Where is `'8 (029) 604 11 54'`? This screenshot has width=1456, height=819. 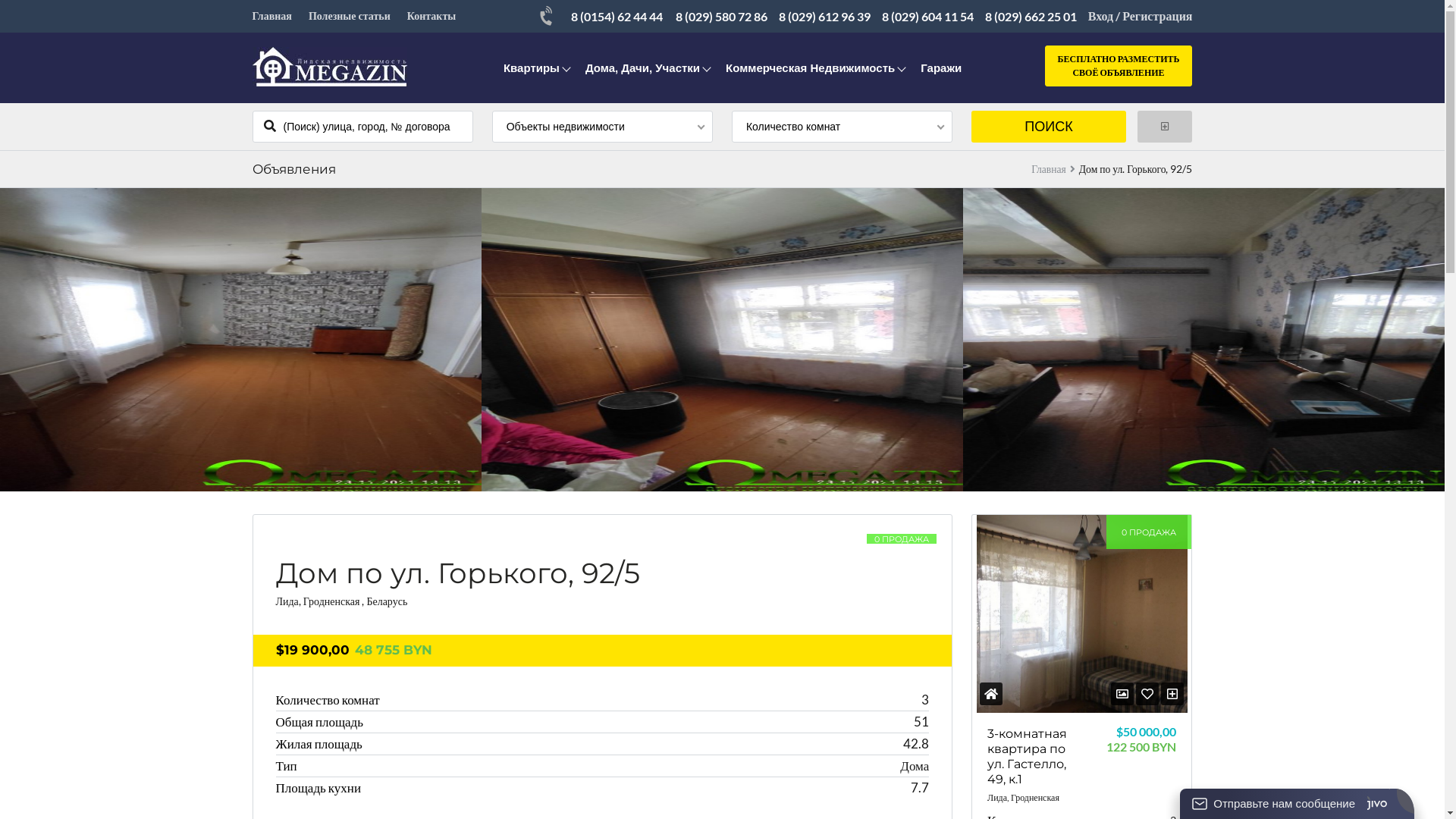 '8 (029) 604 11 54' is located at coordinates (927, 16).